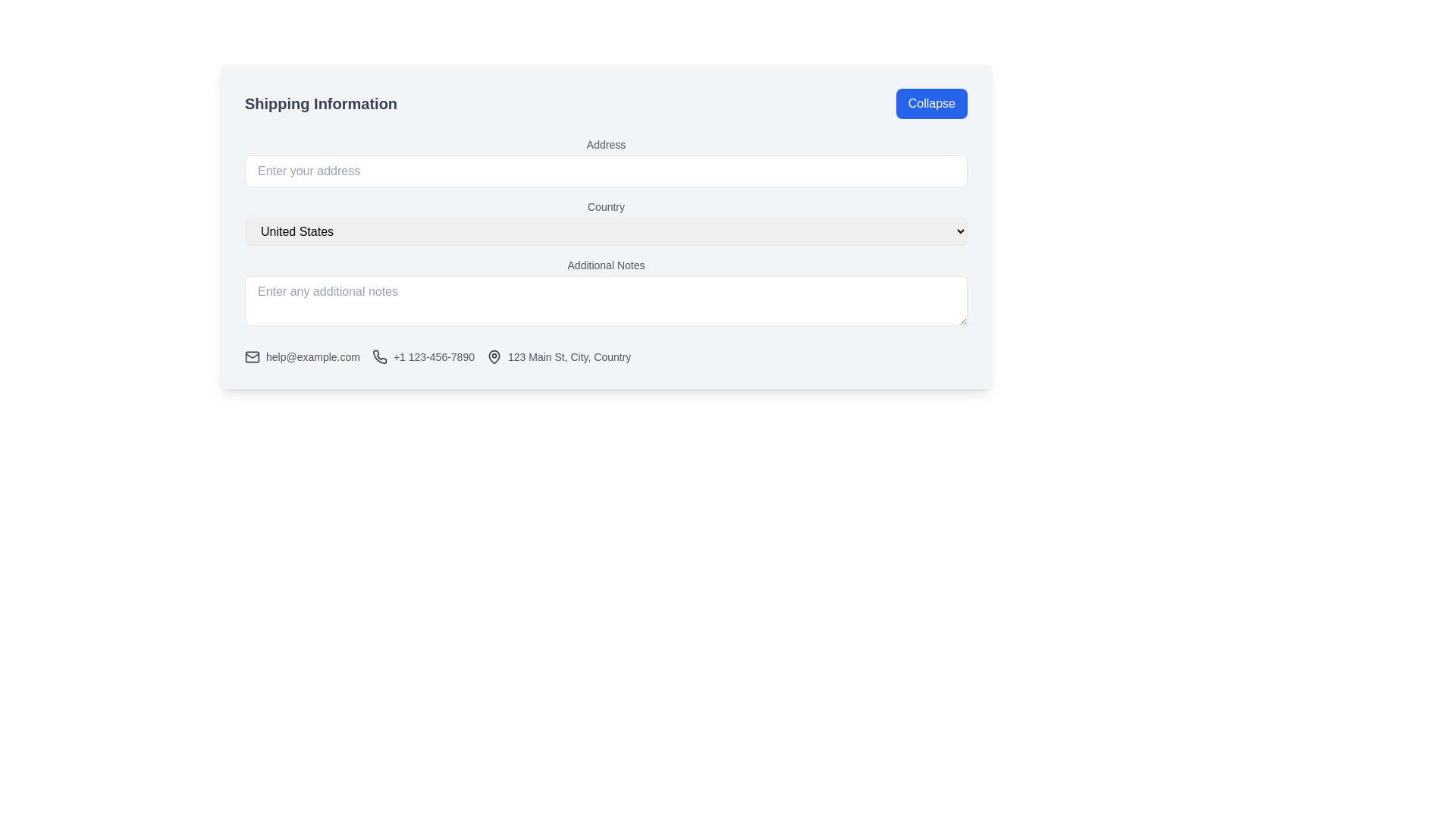 The height and width of the screenshot is (819, 1456). Describe the element at coordinates (930, 103) in the screenshot. I see `the button located at the top-right corner of the 'Shipping Information' section` at that location.